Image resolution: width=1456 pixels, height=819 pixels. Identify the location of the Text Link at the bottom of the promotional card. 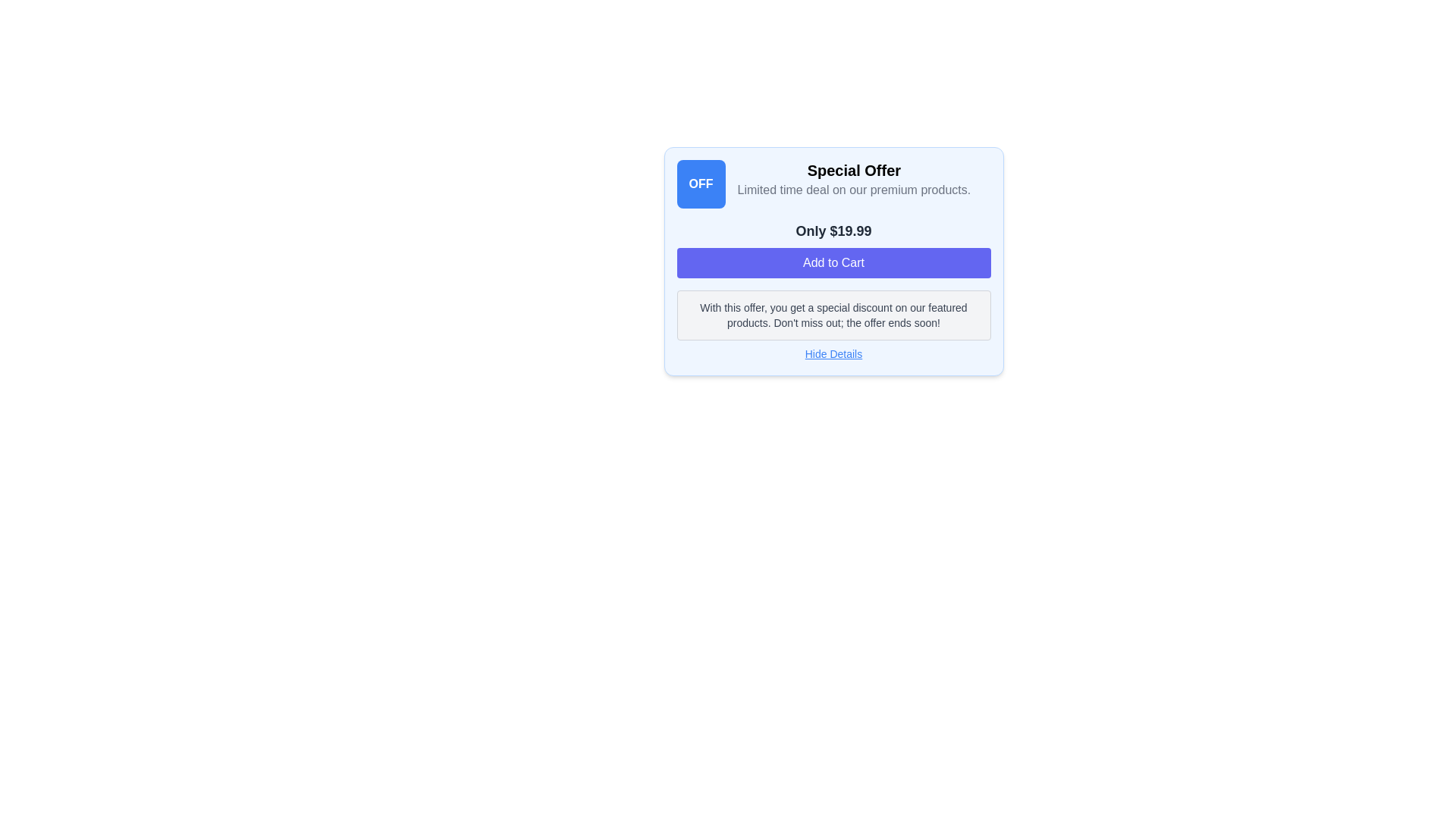
(833, 353).